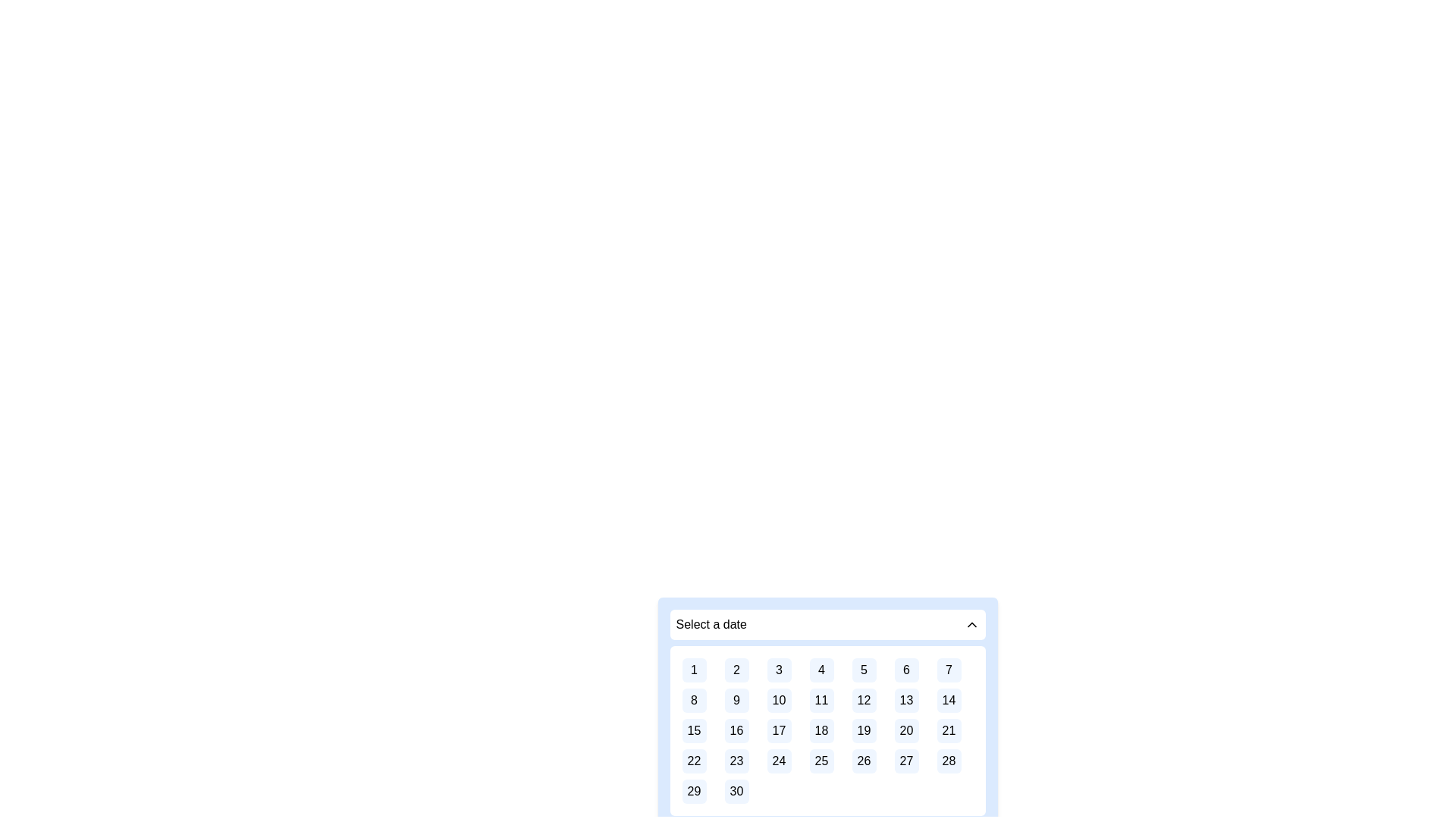  Describe the element at coordinates (736, 791) in the screenshot. I see `the button displaying the number '30' in the date selector component` at that location.